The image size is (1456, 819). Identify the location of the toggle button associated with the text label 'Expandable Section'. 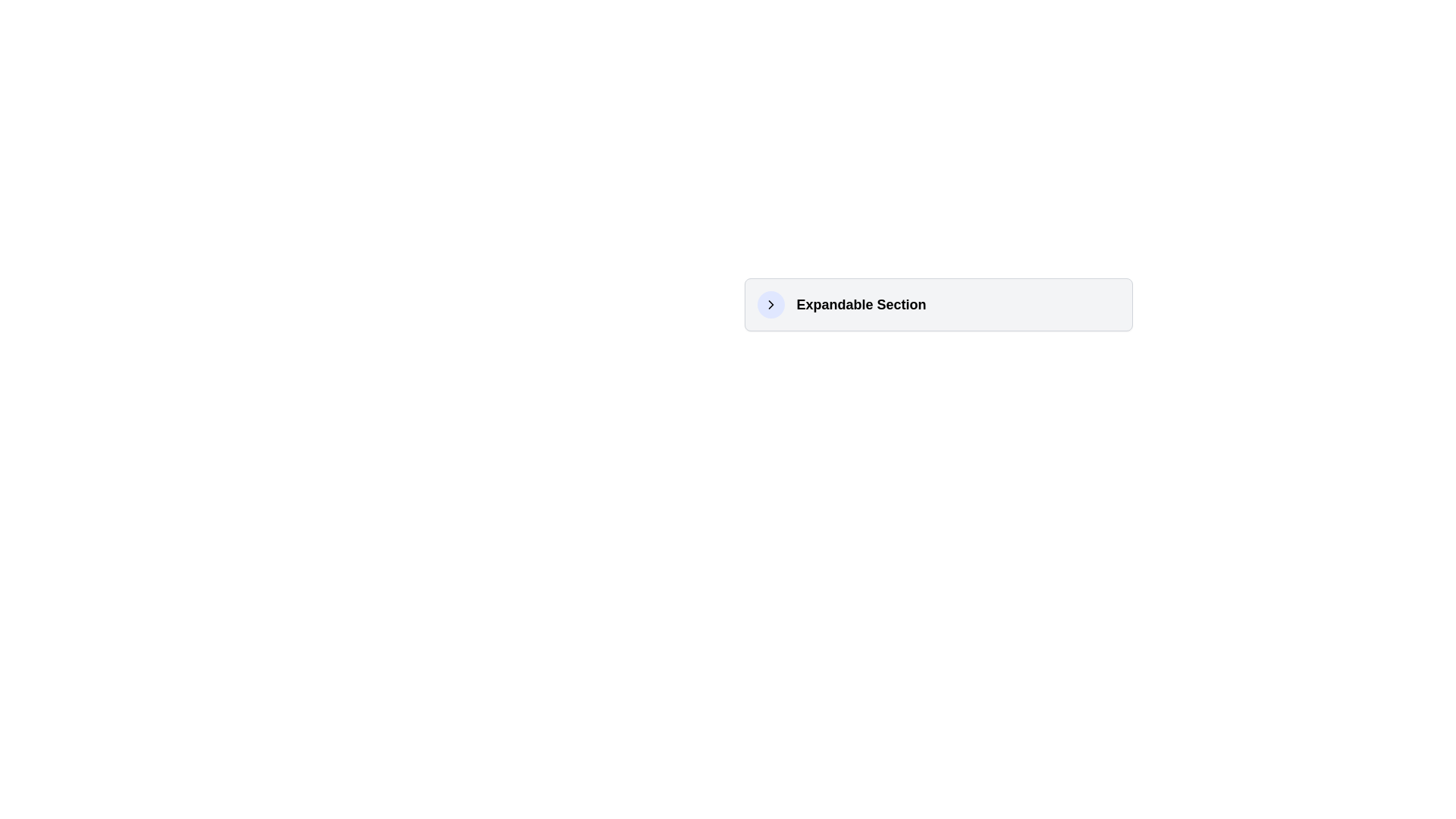
(770, 304).